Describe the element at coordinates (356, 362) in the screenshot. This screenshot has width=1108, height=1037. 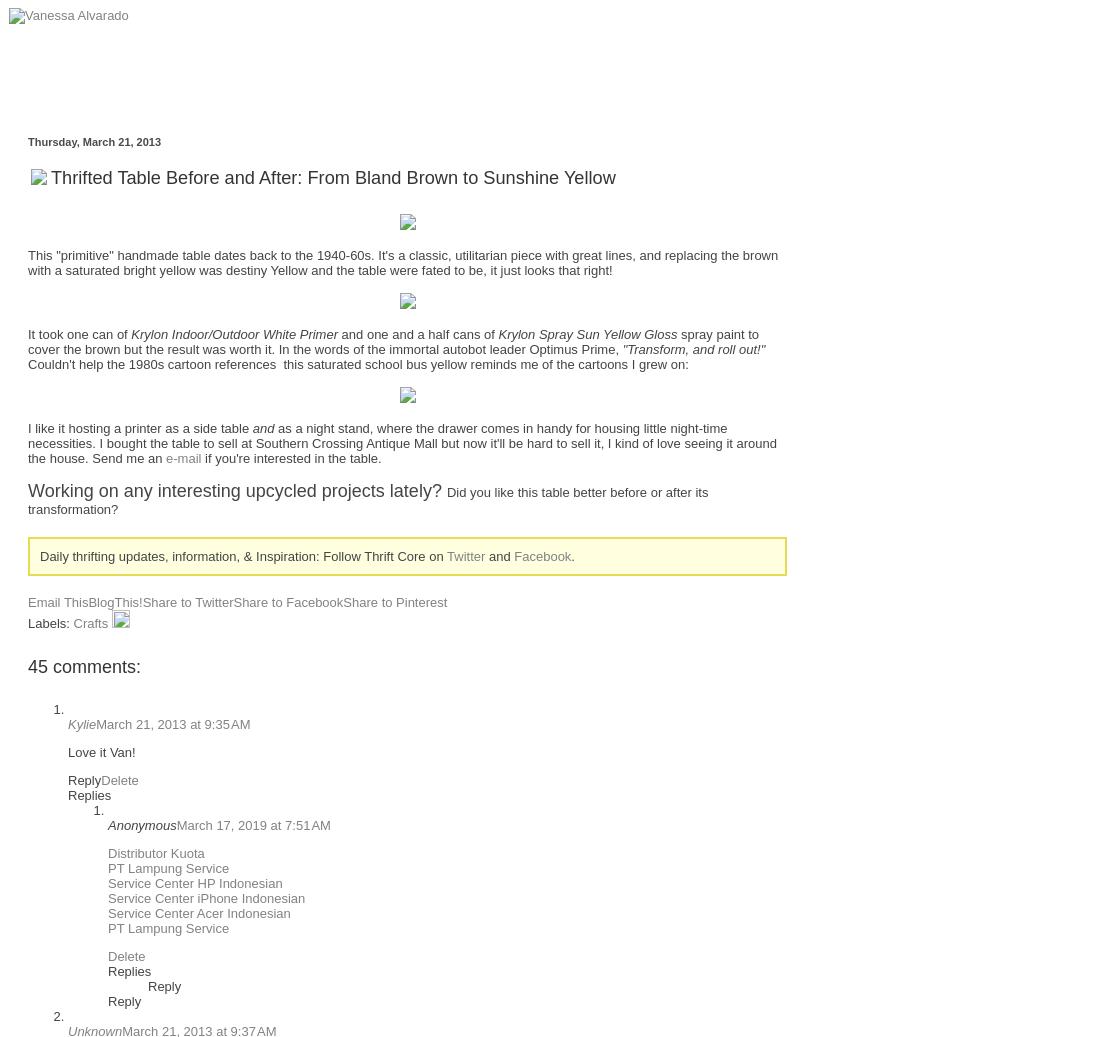
I see `'Couldn't help the 1980s cartoon references  this saturated school bus yellow reminds me of the cartoons I grew on:'` at that location.